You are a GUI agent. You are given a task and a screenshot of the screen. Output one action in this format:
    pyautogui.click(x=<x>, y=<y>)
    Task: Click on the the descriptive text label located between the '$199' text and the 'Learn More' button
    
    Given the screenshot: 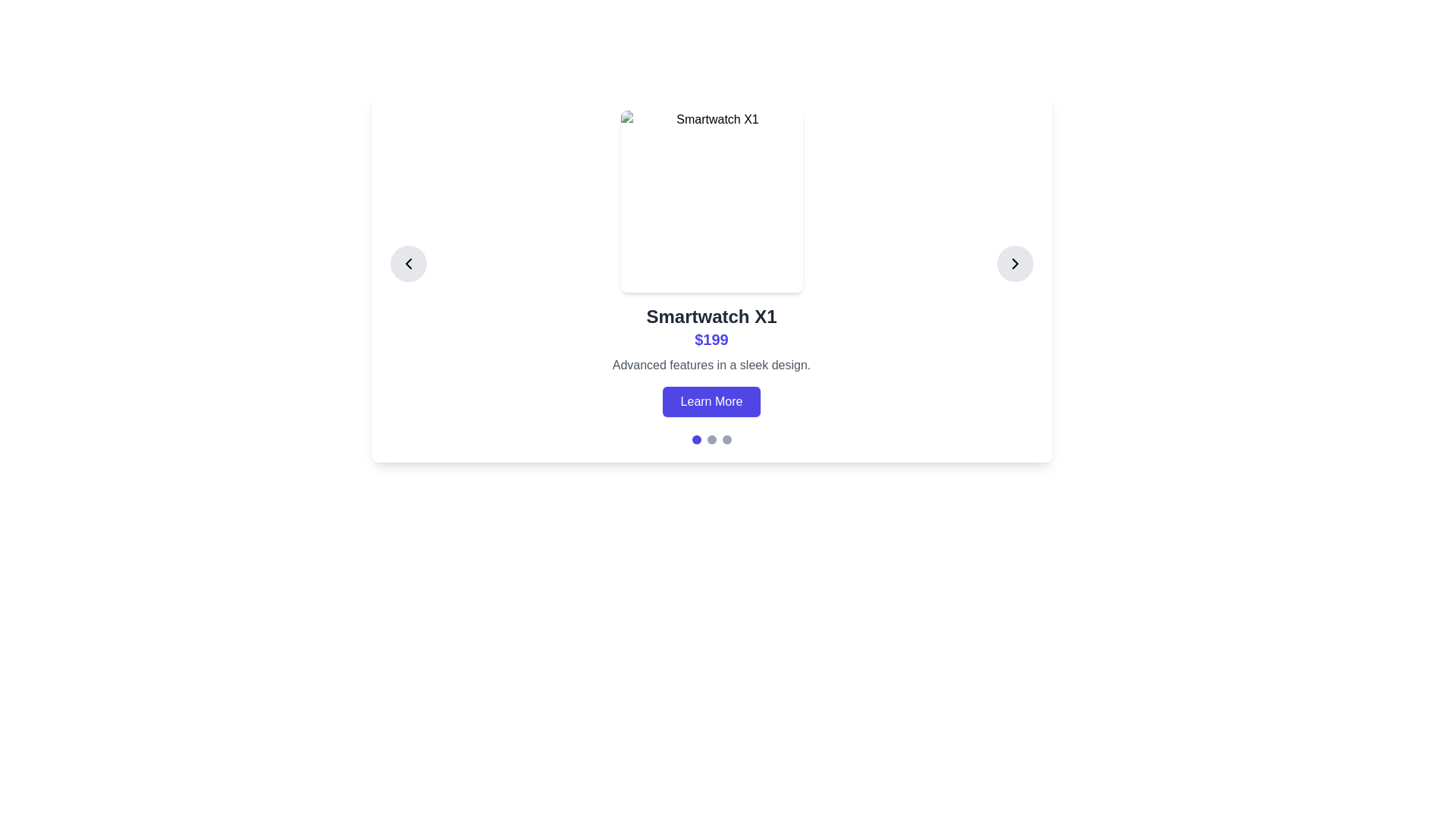 What is the action you would take?
    pyautogui.click(x=711, y=366)
    